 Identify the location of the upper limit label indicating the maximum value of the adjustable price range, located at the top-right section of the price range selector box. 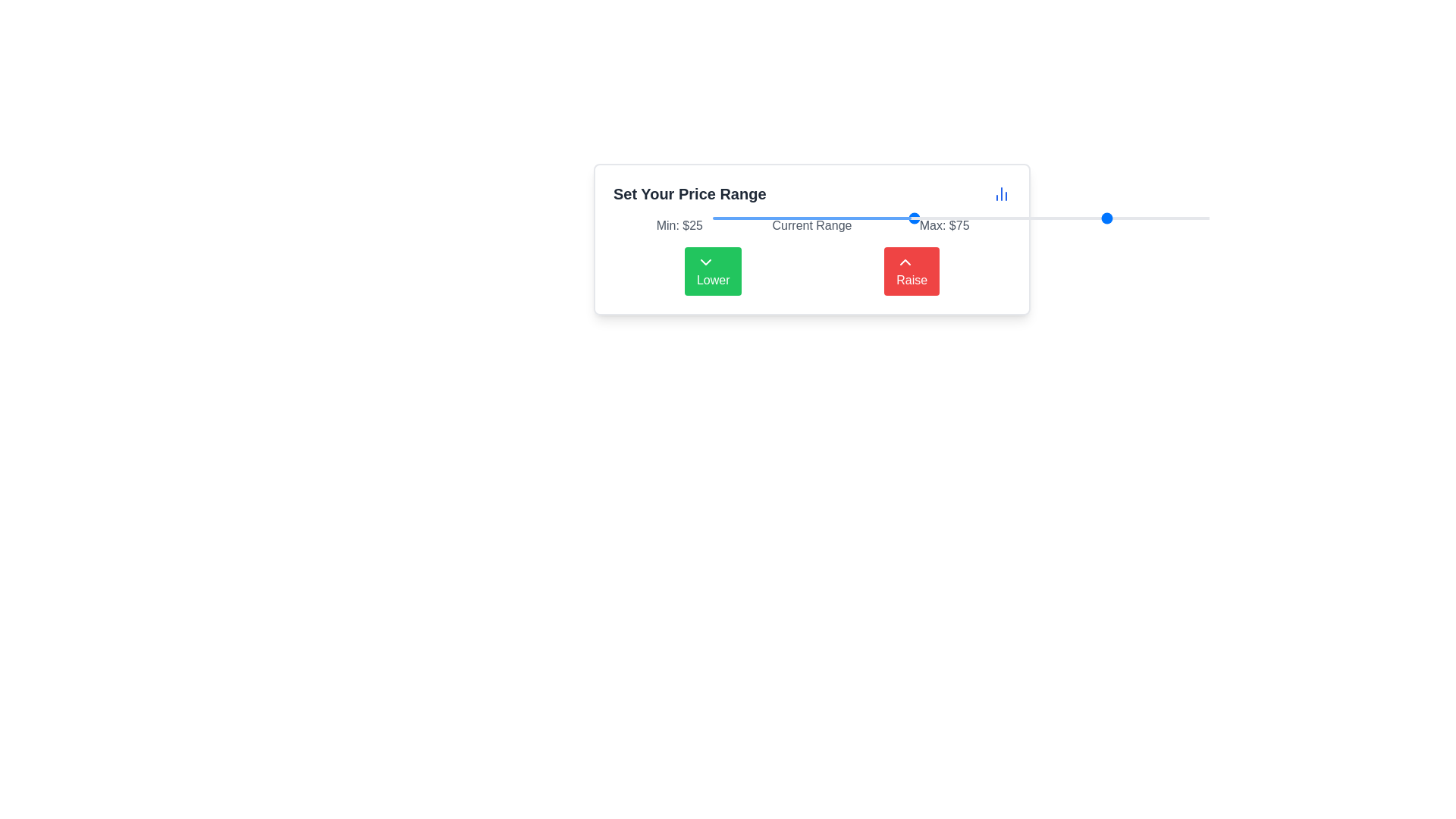
(943, 225).